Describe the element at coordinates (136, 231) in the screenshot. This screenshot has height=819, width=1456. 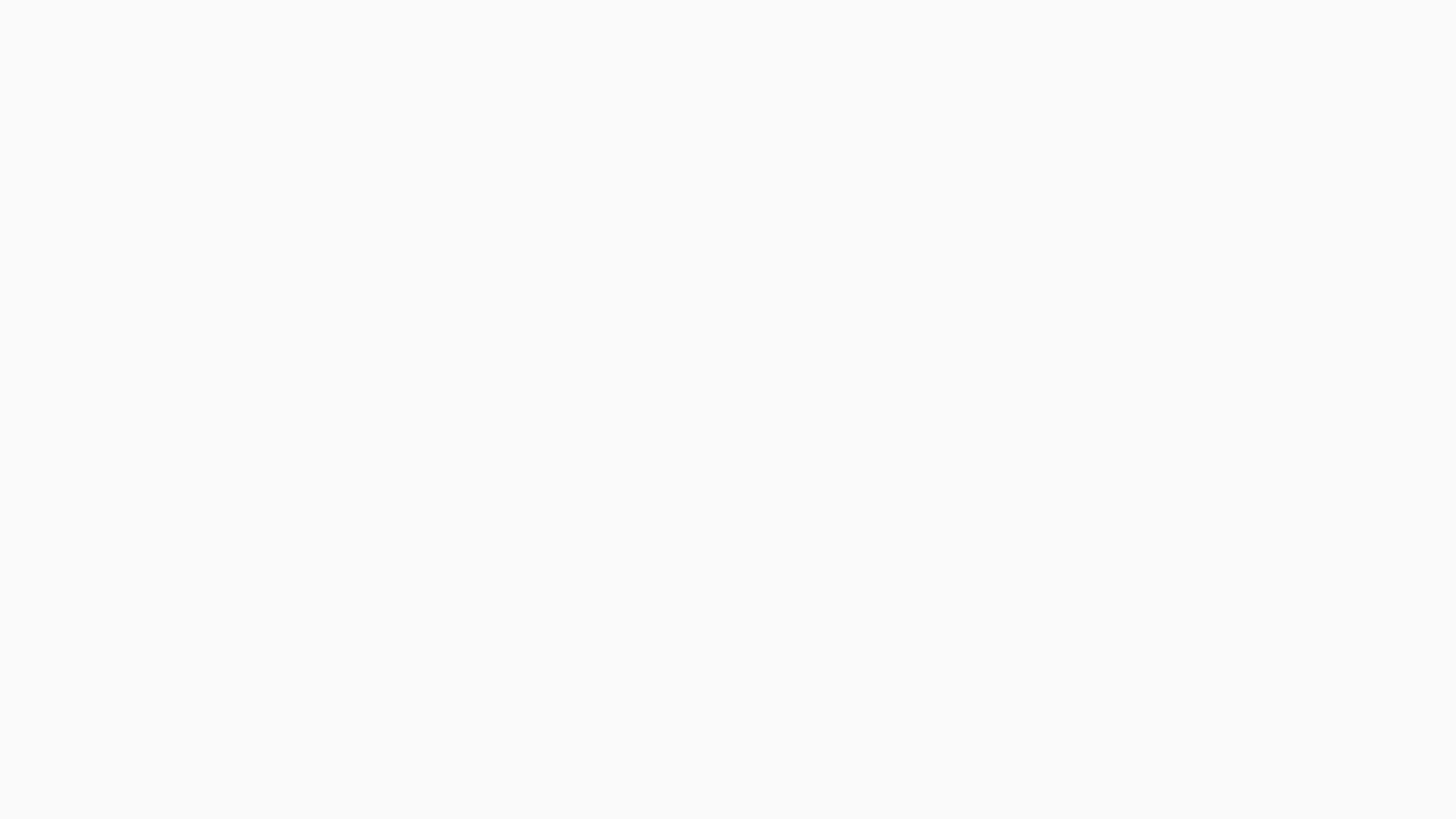
I see `Terms and Policies` at that location.